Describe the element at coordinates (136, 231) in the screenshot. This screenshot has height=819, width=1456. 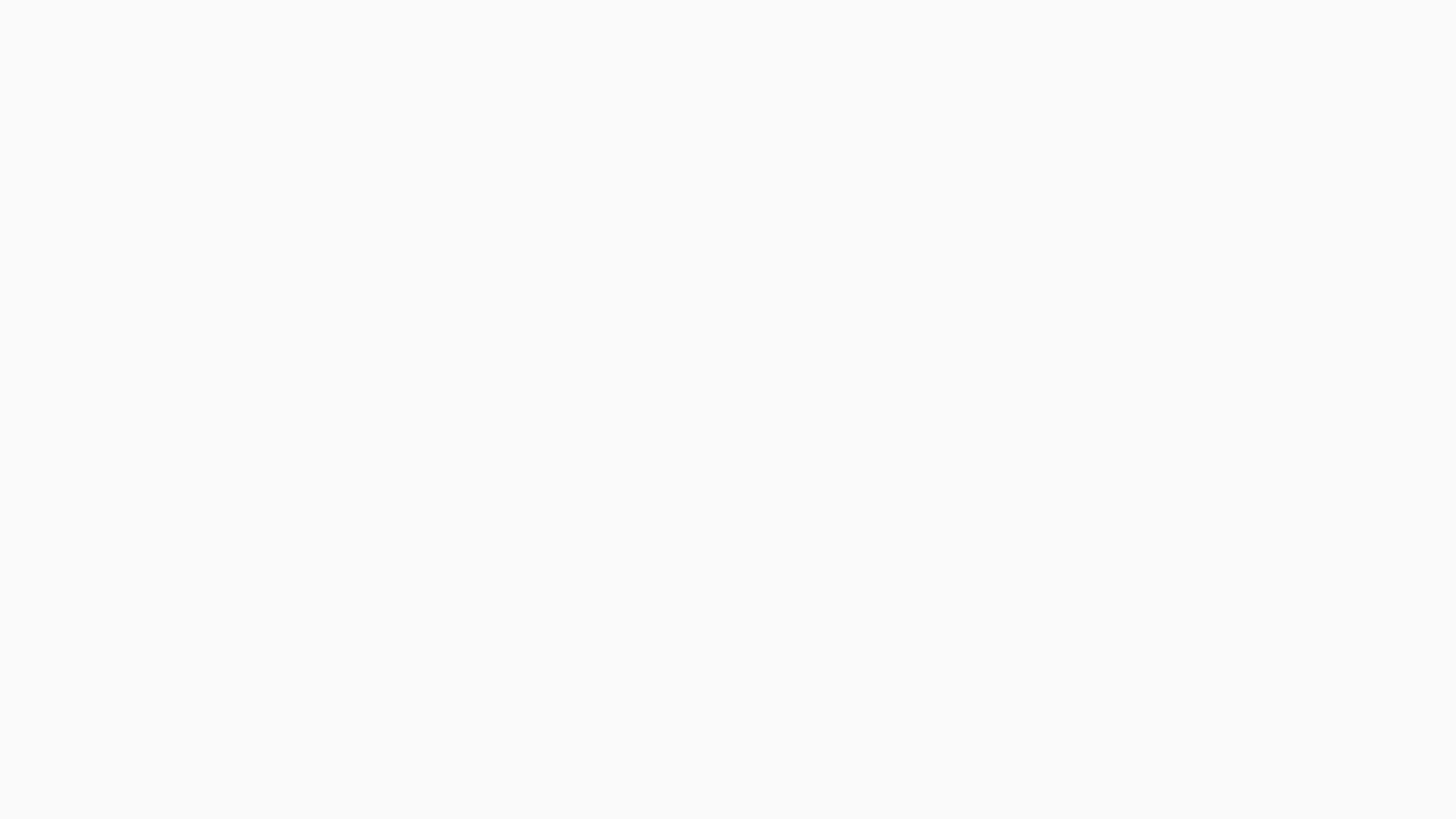
I see `Terms and Policies` at that location.